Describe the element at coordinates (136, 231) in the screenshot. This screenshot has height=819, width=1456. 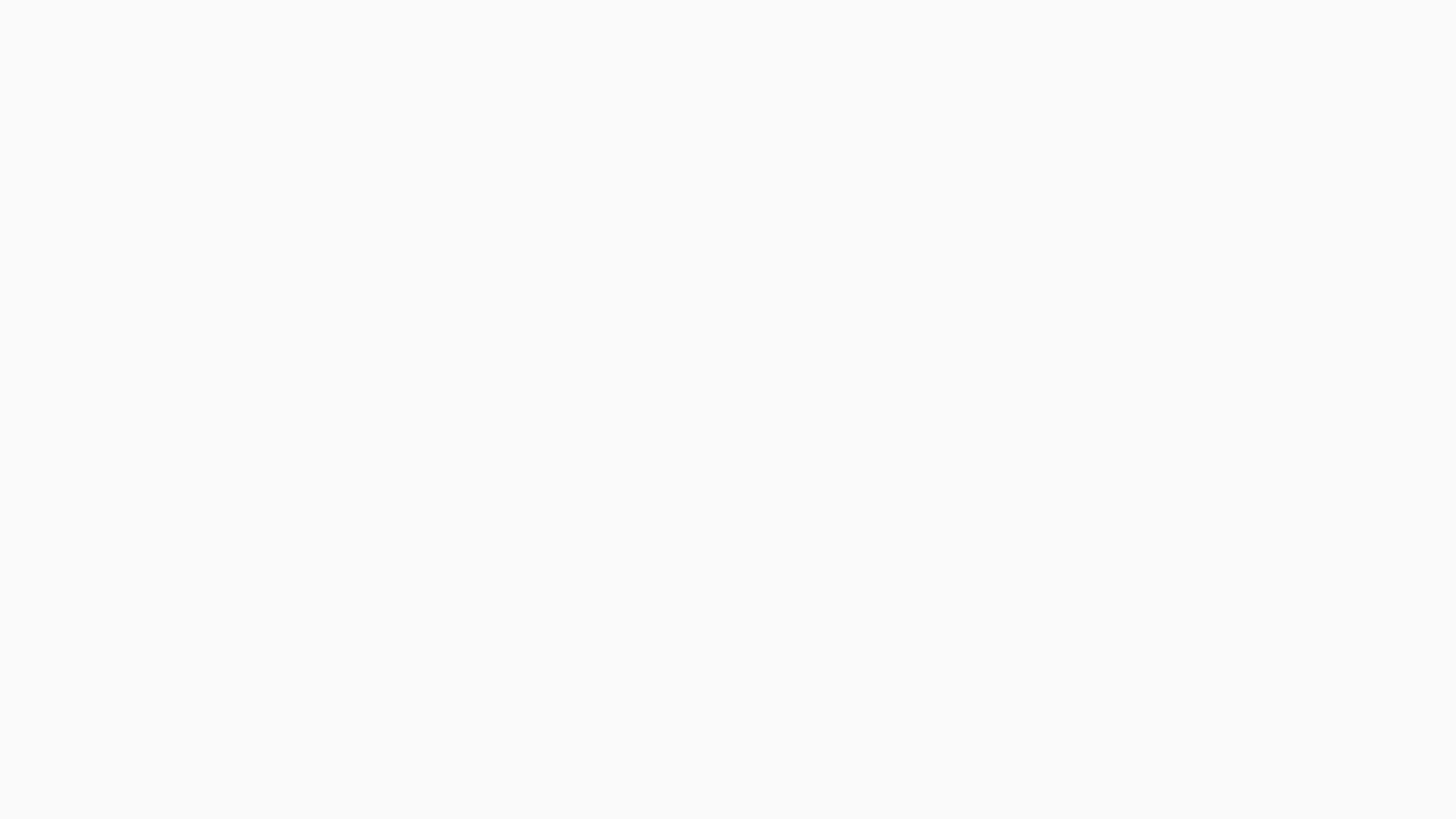
I see `Terms and Policies` at that location.